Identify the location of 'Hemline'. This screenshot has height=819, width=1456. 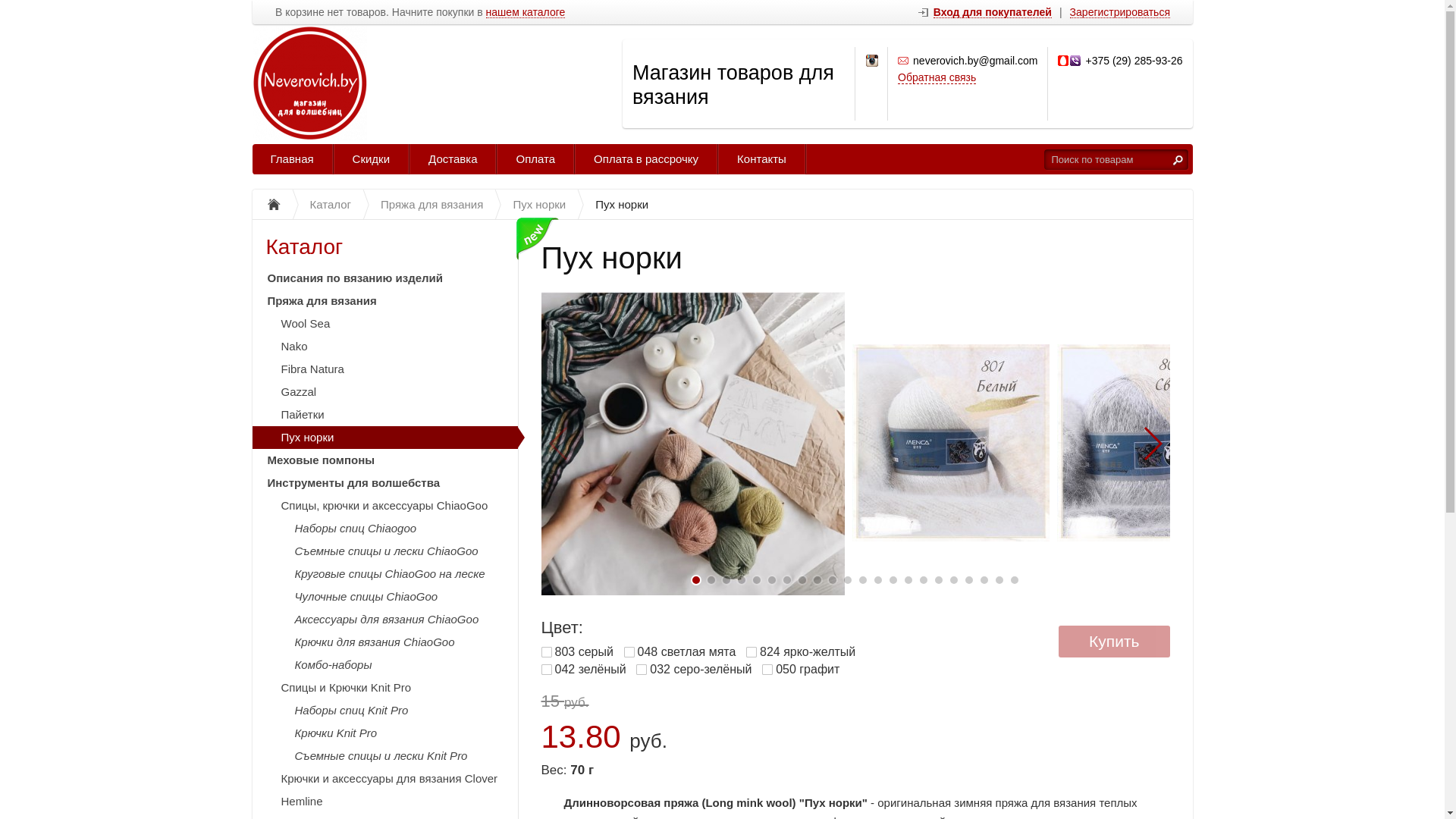
(384, 800).